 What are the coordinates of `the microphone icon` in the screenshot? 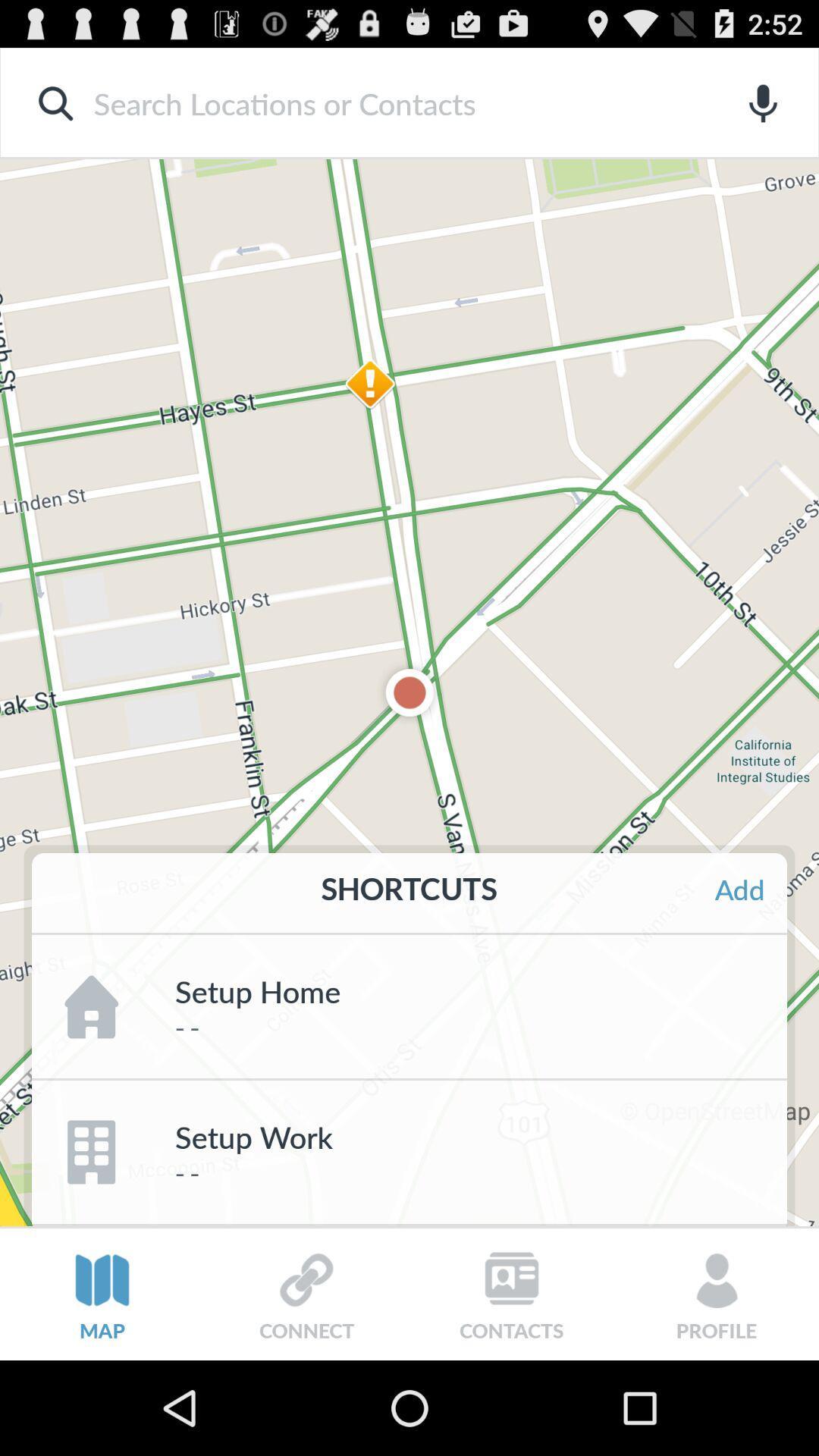 It's located at (763, 110).